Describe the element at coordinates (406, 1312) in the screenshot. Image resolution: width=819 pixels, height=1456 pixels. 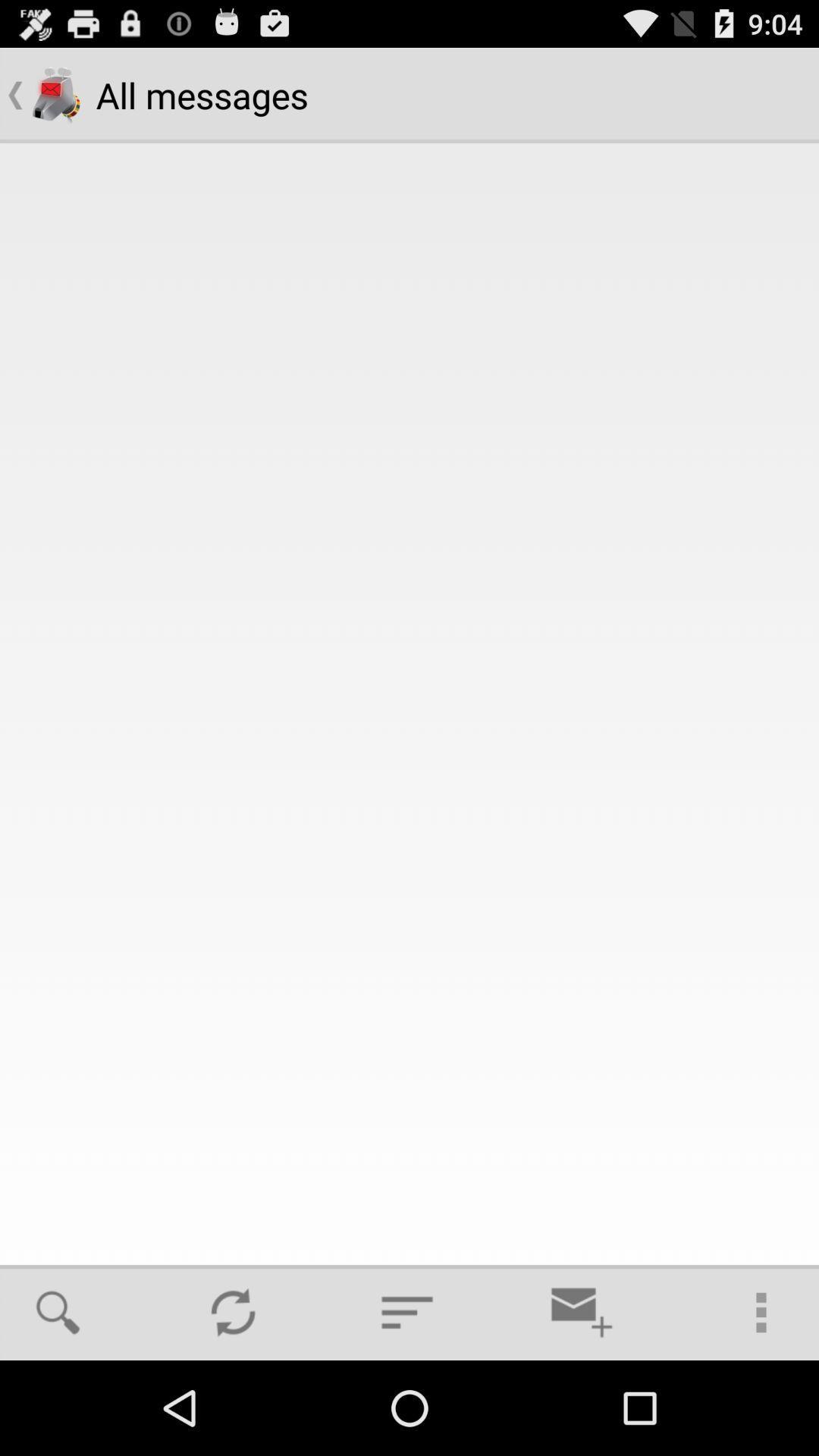
I see `the item at the bottom` at that location.